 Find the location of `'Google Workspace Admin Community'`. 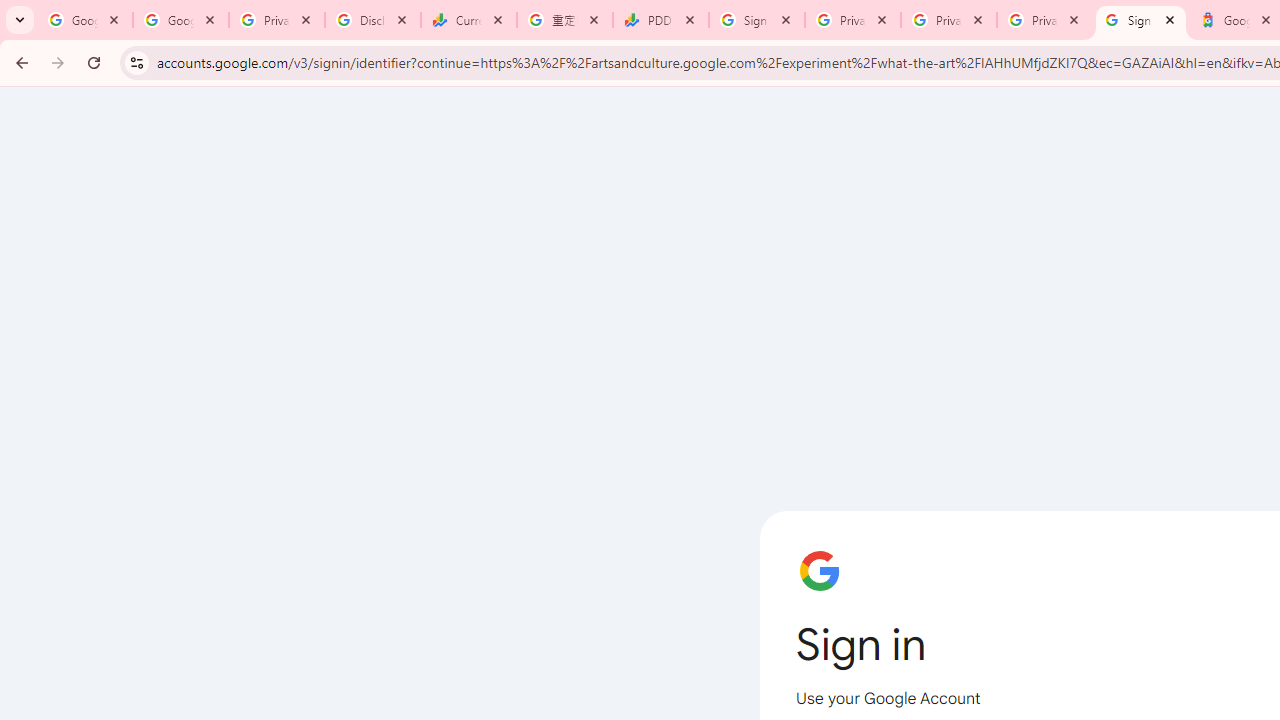

'Google Workspace Admin Community' is located at coordinates (84, 20).